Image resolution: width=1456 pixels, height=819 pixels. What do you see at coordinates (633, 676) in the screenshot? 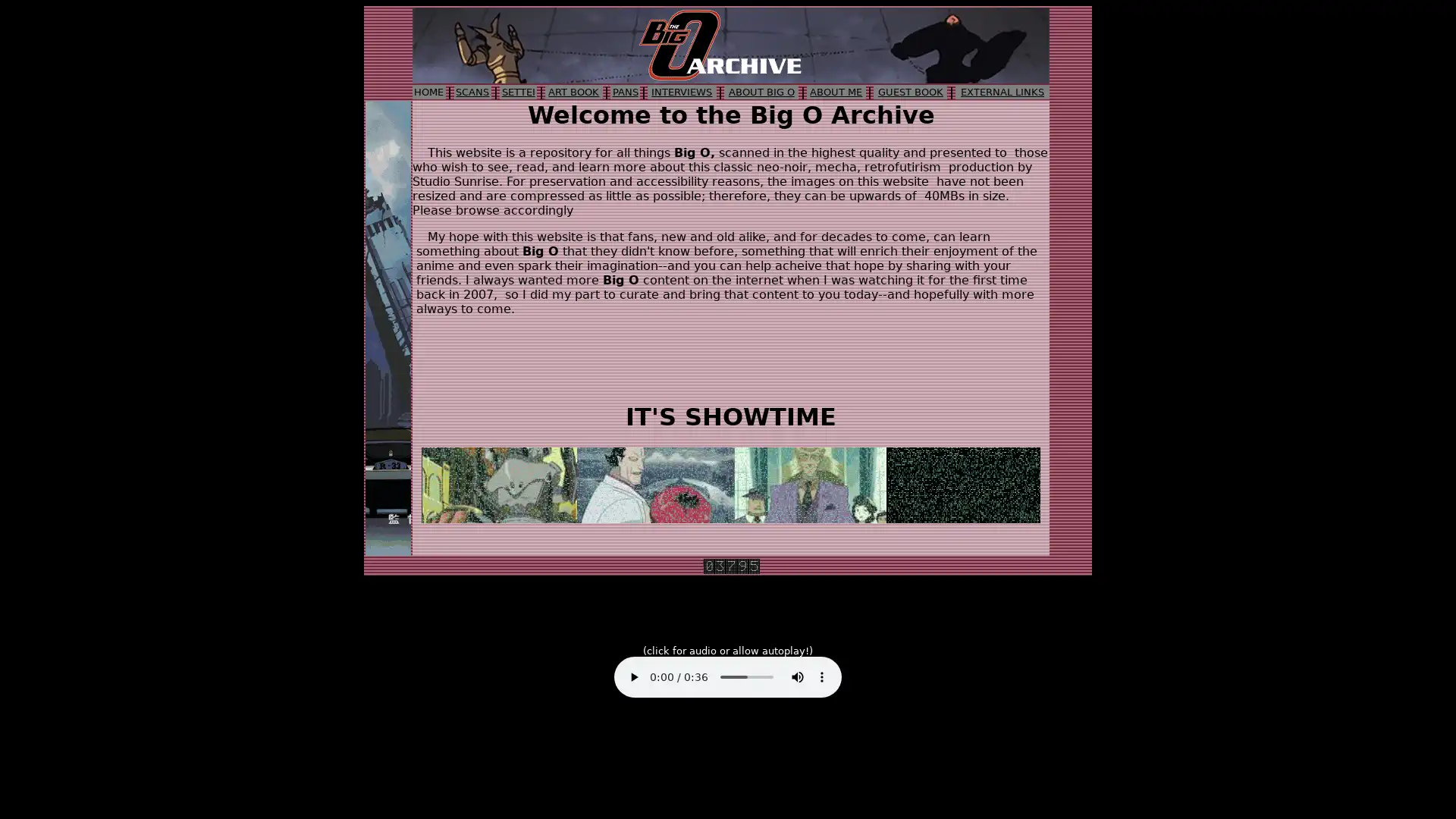
I see `play` at bounding box center [633, 676].